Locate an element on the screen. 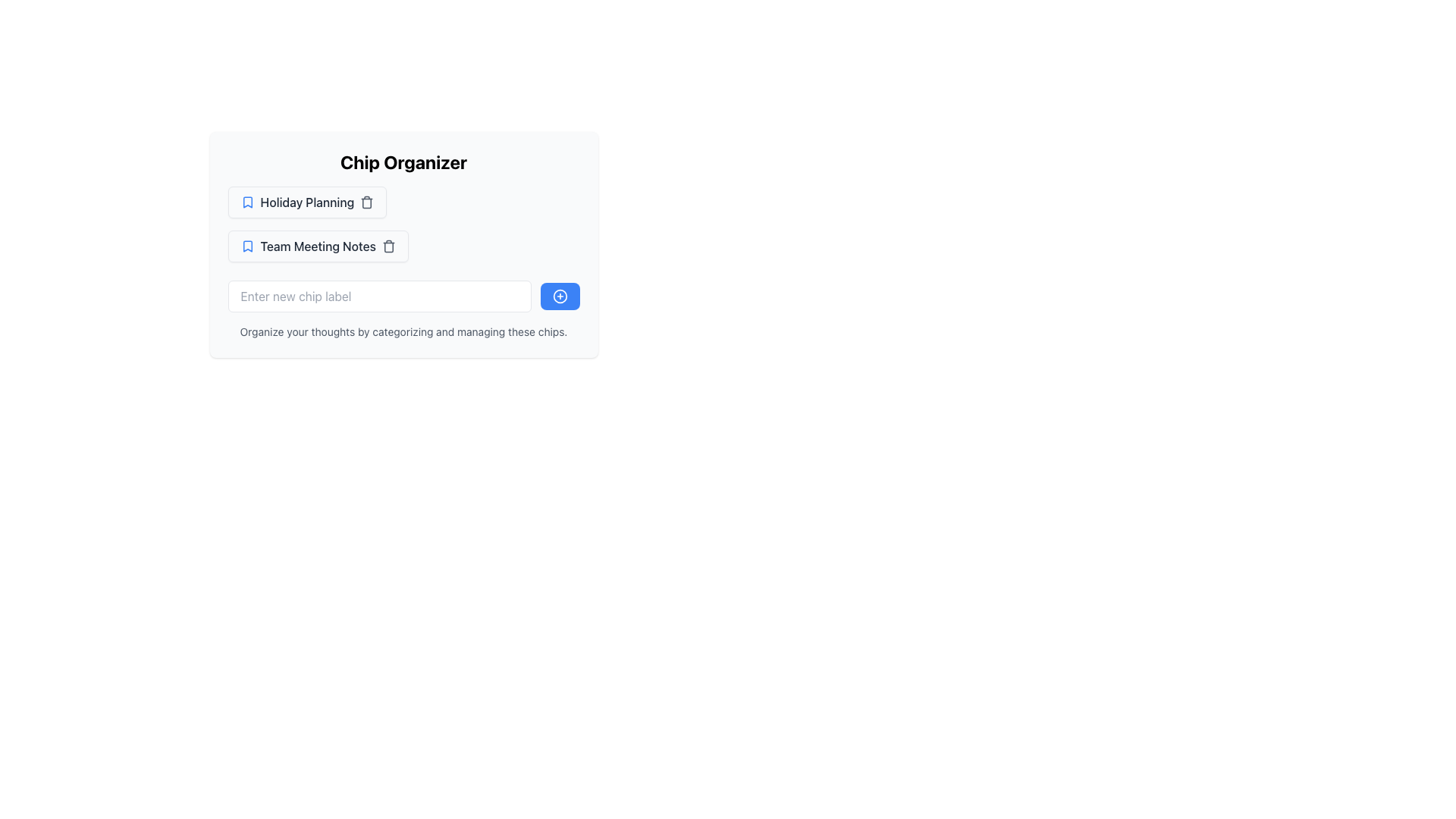 The width and height of the screenshot is (1456, 819). the blue rounded rectangular button with a plus sign icon is located at coordinates (559, 296).